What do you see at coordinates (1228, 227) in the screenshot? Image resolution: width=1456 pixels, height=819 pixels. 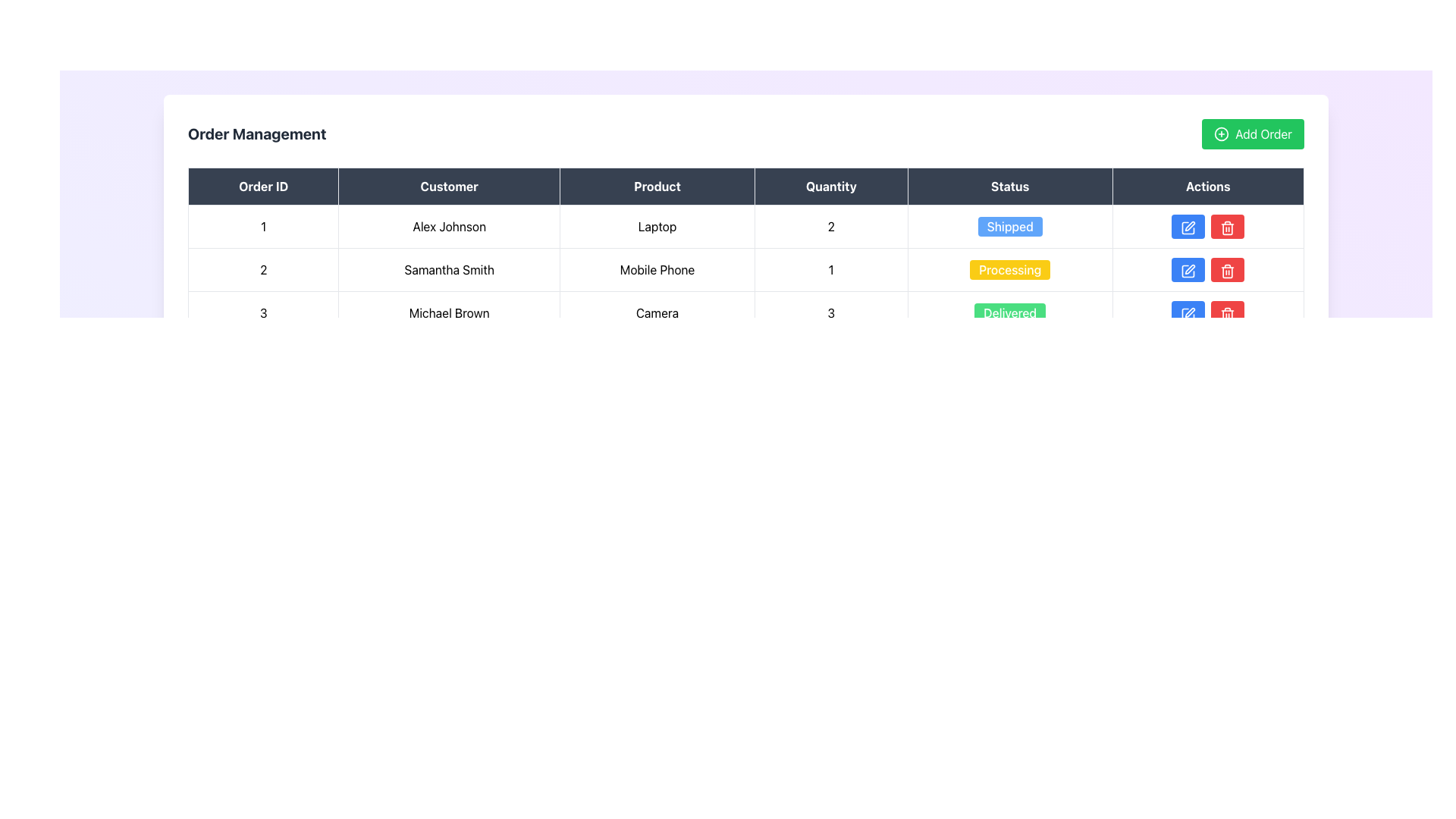 I see `the delete button located in the 'Actions' column for the second item ('Mobile Phone' by Samantha Smith)` at bounding box center [1228, 227].